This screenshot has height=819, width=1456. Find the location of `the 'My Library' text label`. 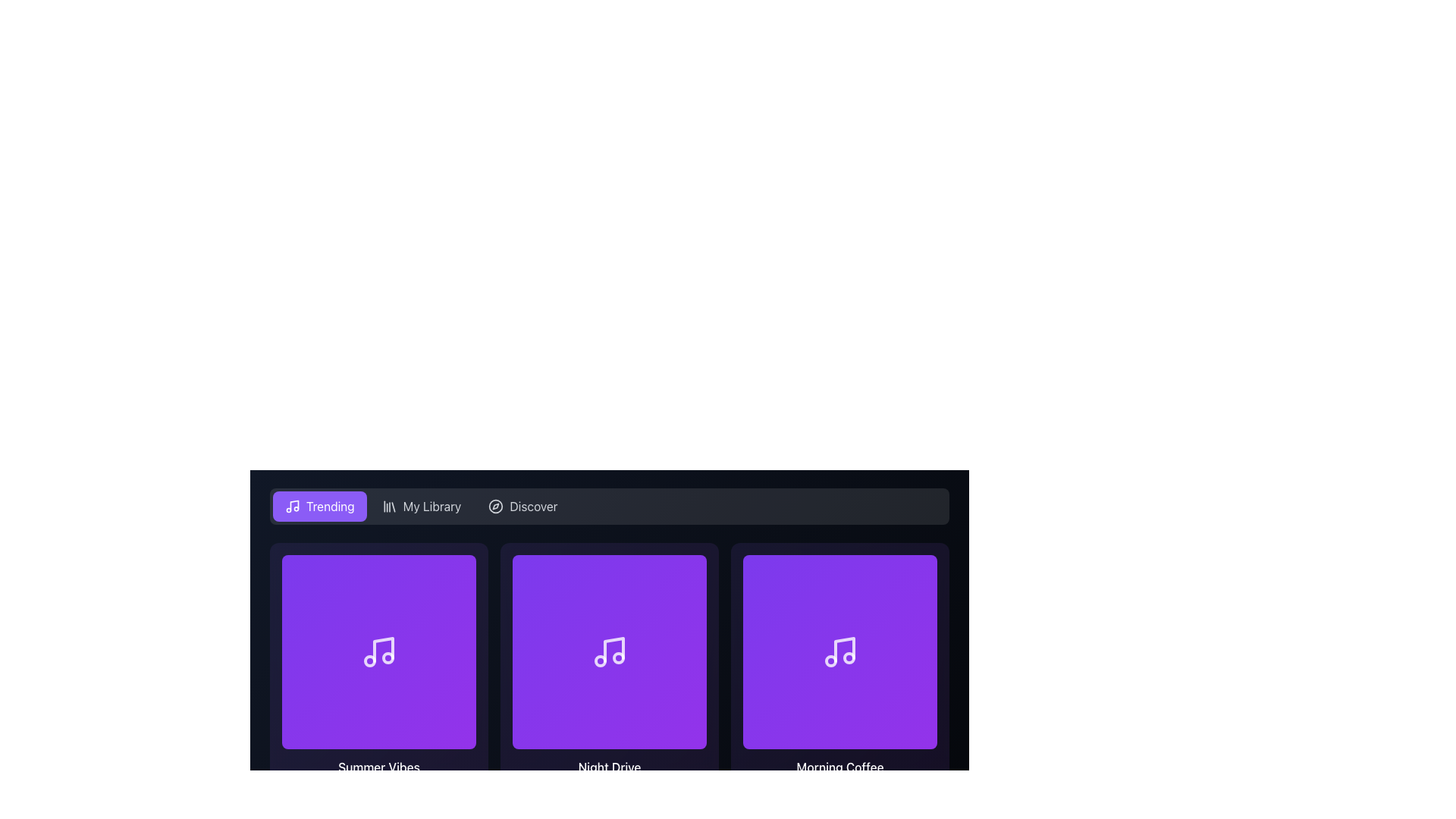

the 'My Library' text label is located at coordinates (431, 506).